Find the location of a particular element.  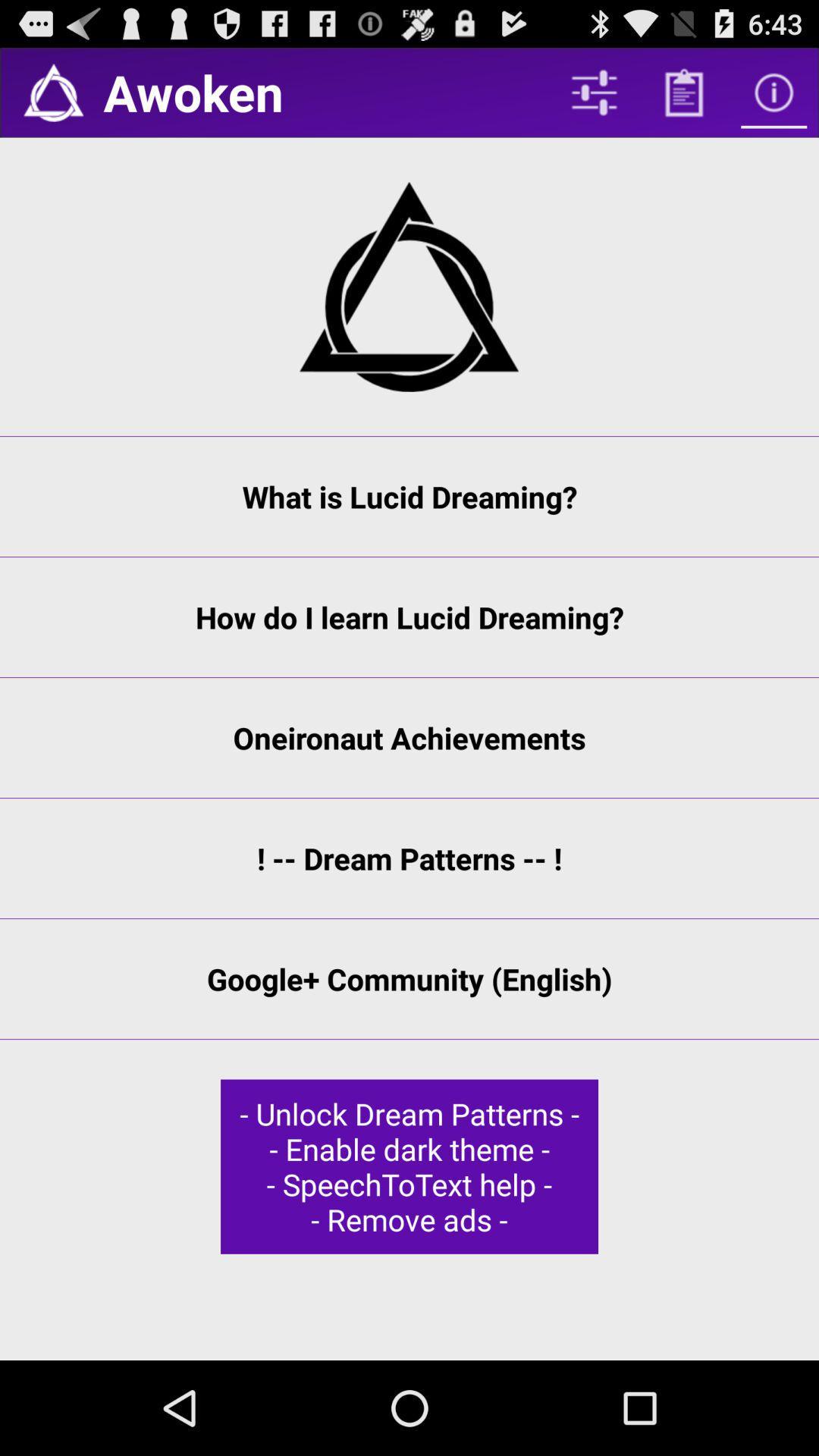

the app below what is lucid item is located at coordinates (409, 617).